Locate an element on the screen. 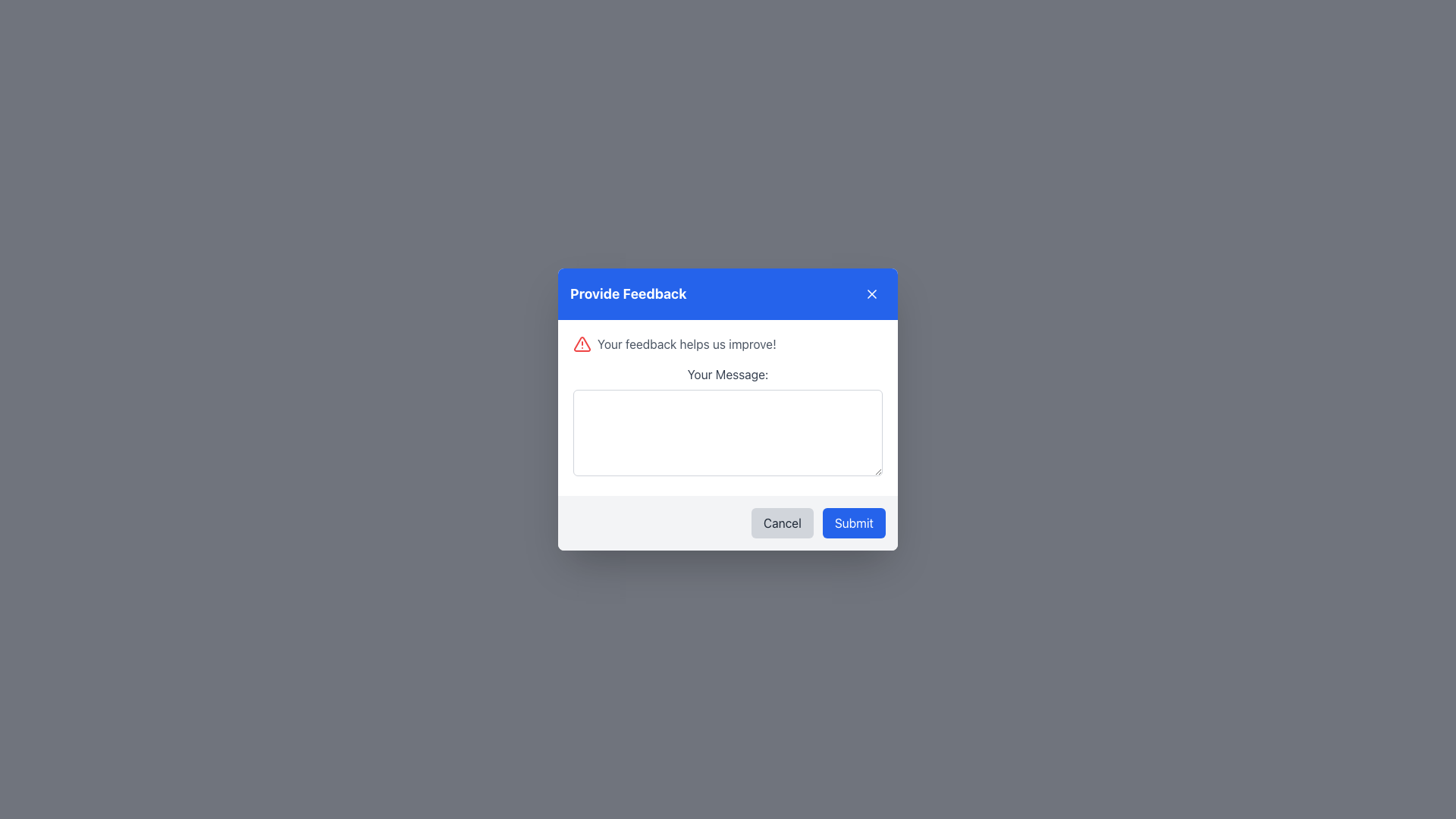 Image resolution: width=1456 pixels, height=819 pixels. the gray rectangular 'Cancel' button located at the bottom-right section of the modal dialog is located at coordinates (782, 522).